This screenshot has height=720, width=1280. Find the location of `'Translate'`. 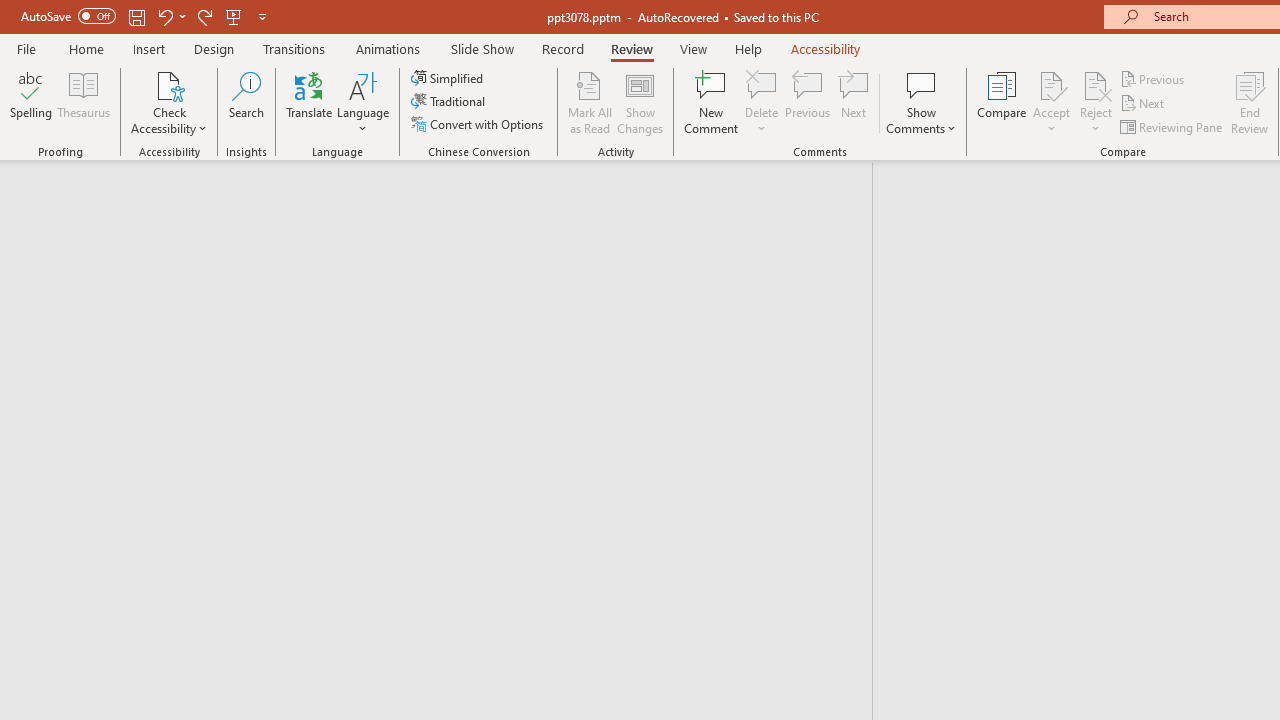

'Translate' is located at coordinates (308, 103).